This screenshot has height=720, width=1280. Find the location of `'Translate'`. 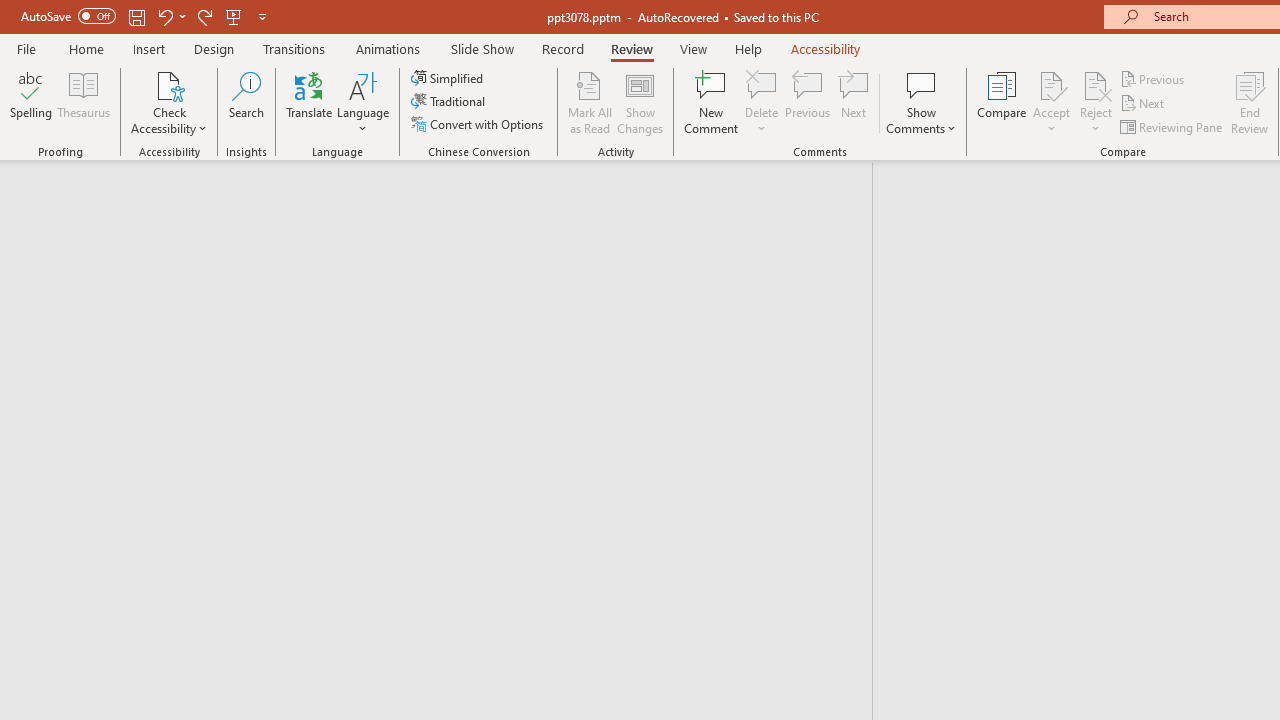

'Translate' is located at coordinates (308, 103).